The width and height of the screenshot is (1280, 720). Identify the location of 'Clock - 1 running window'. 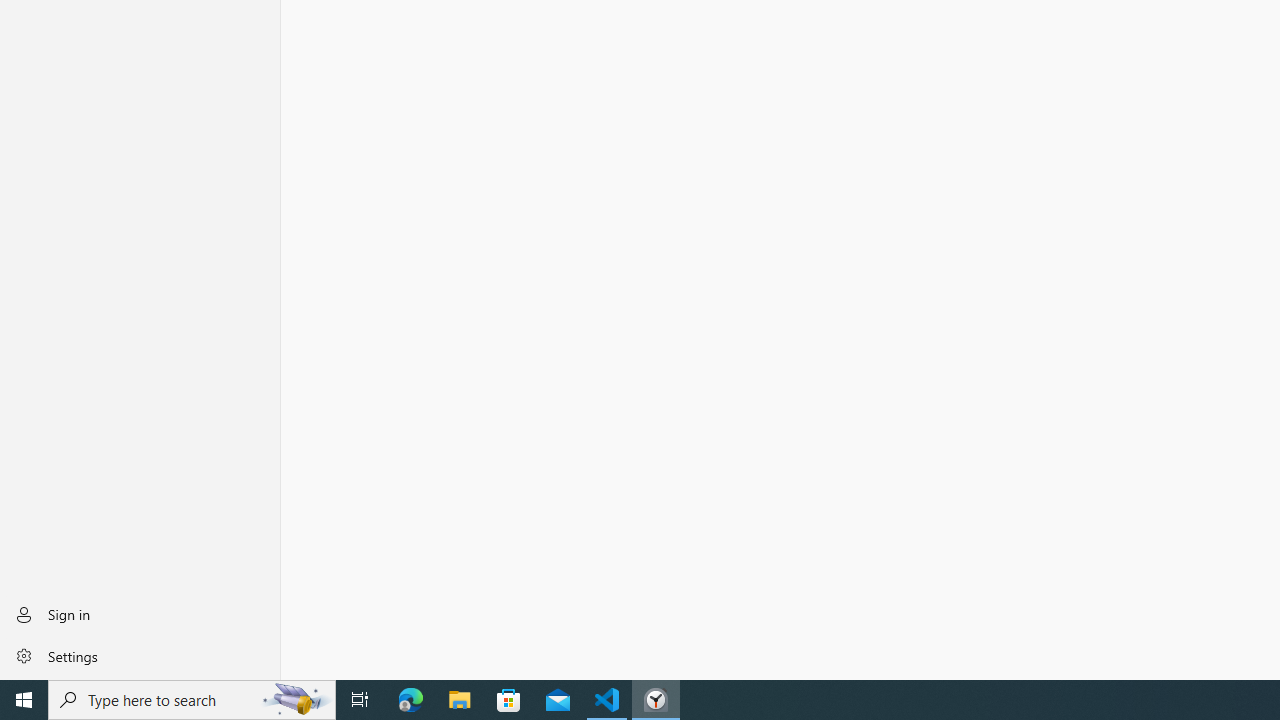
(656, 698).